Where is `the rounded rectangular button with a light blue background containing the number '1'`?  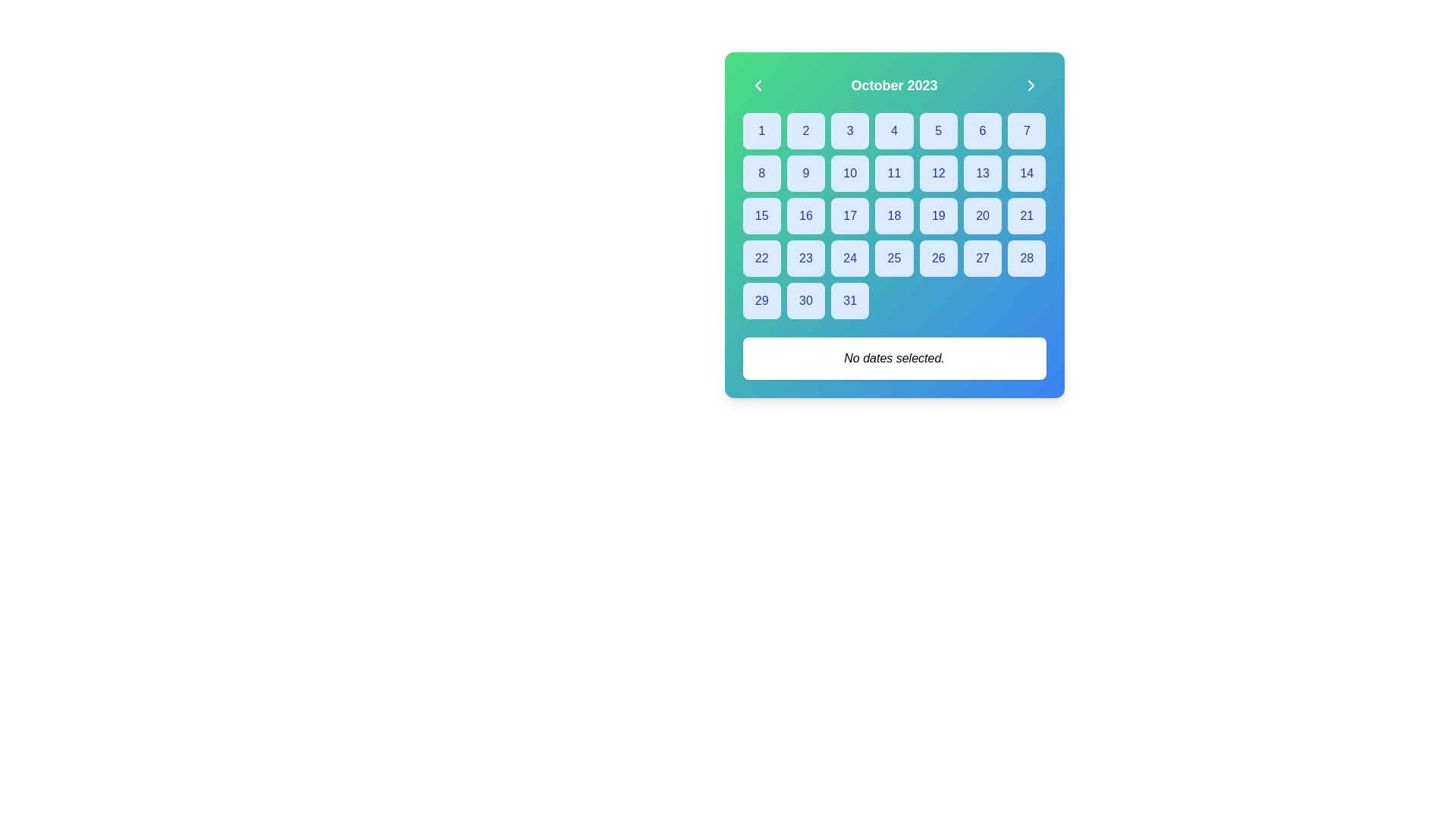 the rounded rectangular button with a light blue background containing the number '1' is located at coordinates (761, 130).